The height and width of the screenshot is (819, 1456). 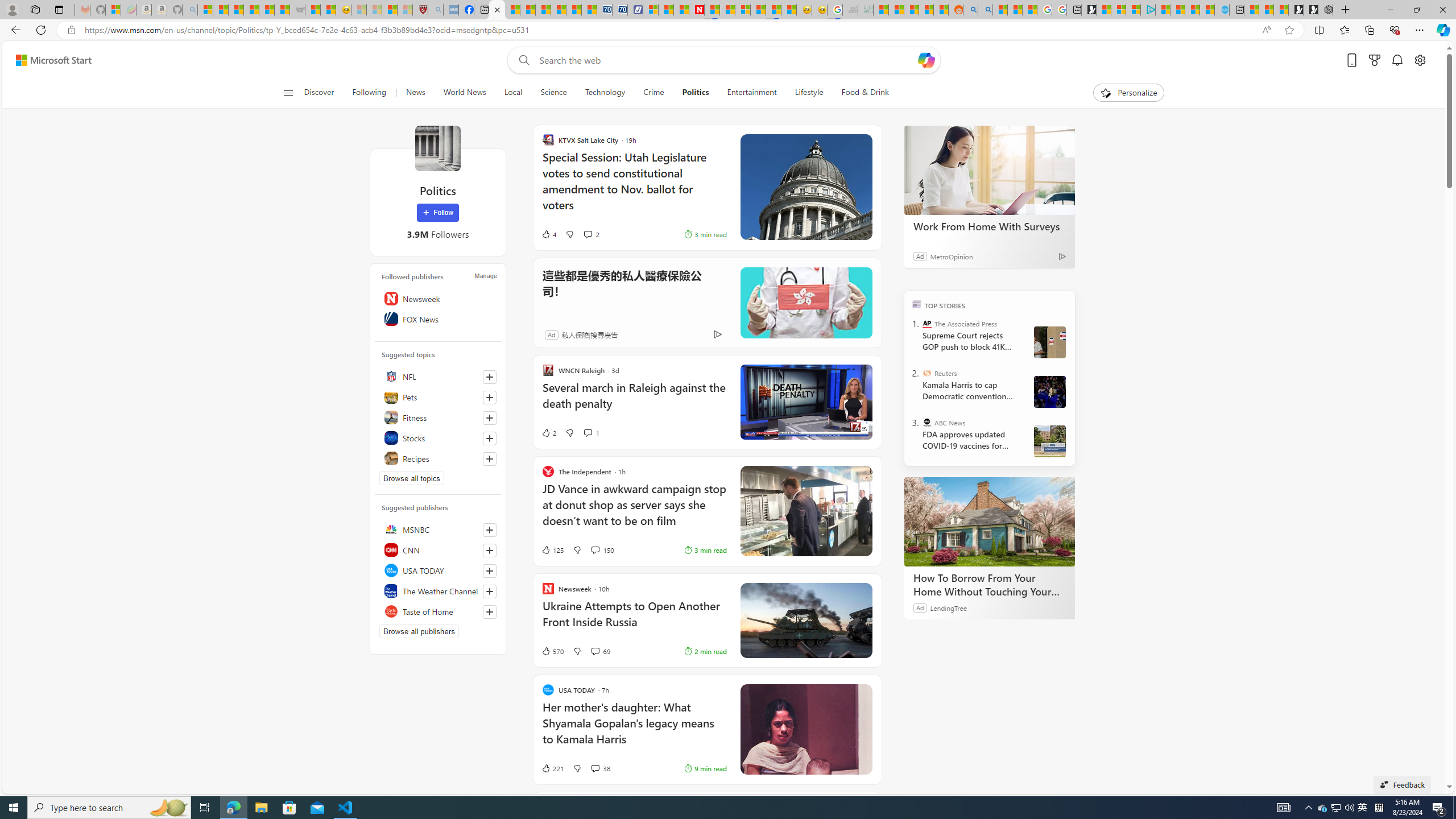 What do you see at coordinates (927, 372) in the screenshot?
I see `'Reuters'` at bounding box center [927, 372].